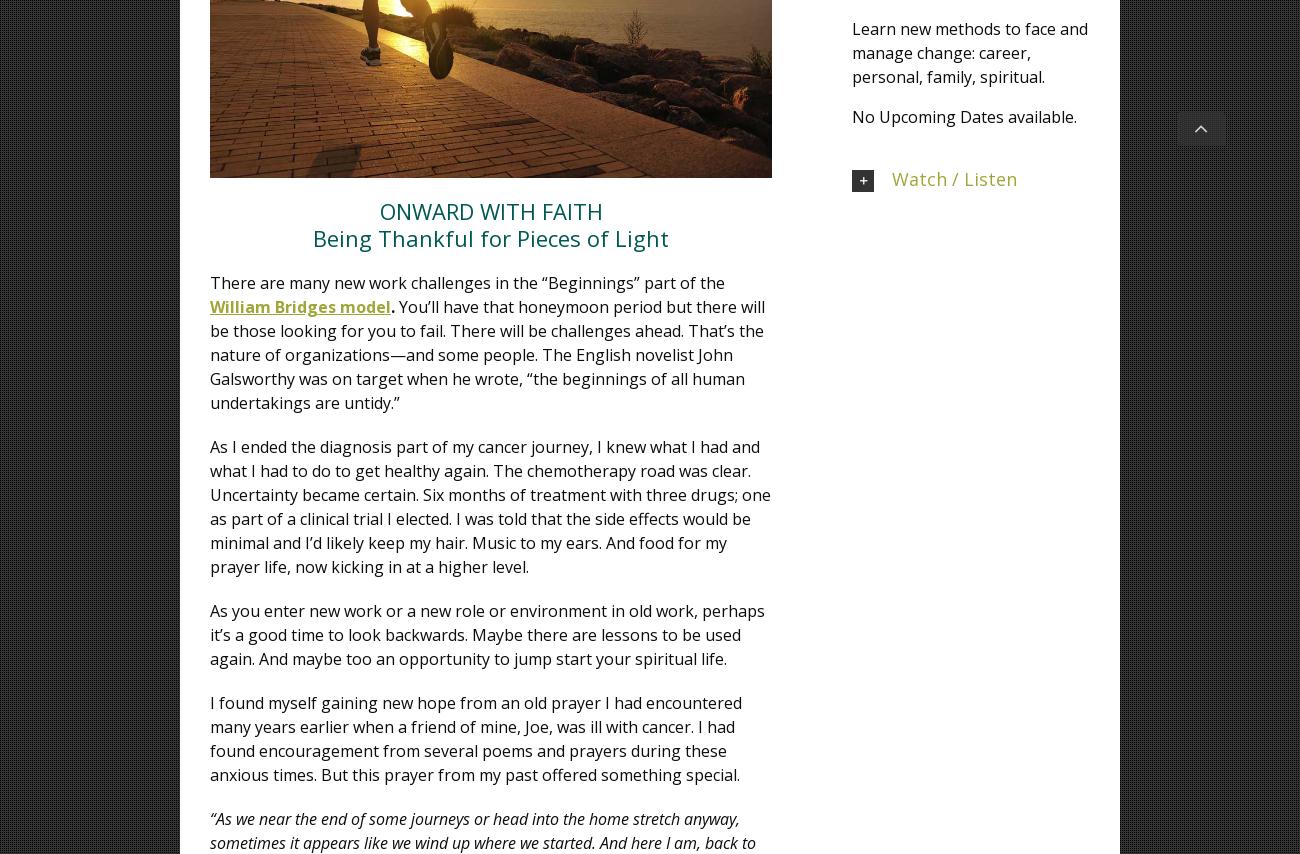 Image resolution: width=1300 pixels, height=854 pixels. Describe the element at coordinates (964, 116) in the screenshot. I see `'No Upcoming Dates available.'` at that location.